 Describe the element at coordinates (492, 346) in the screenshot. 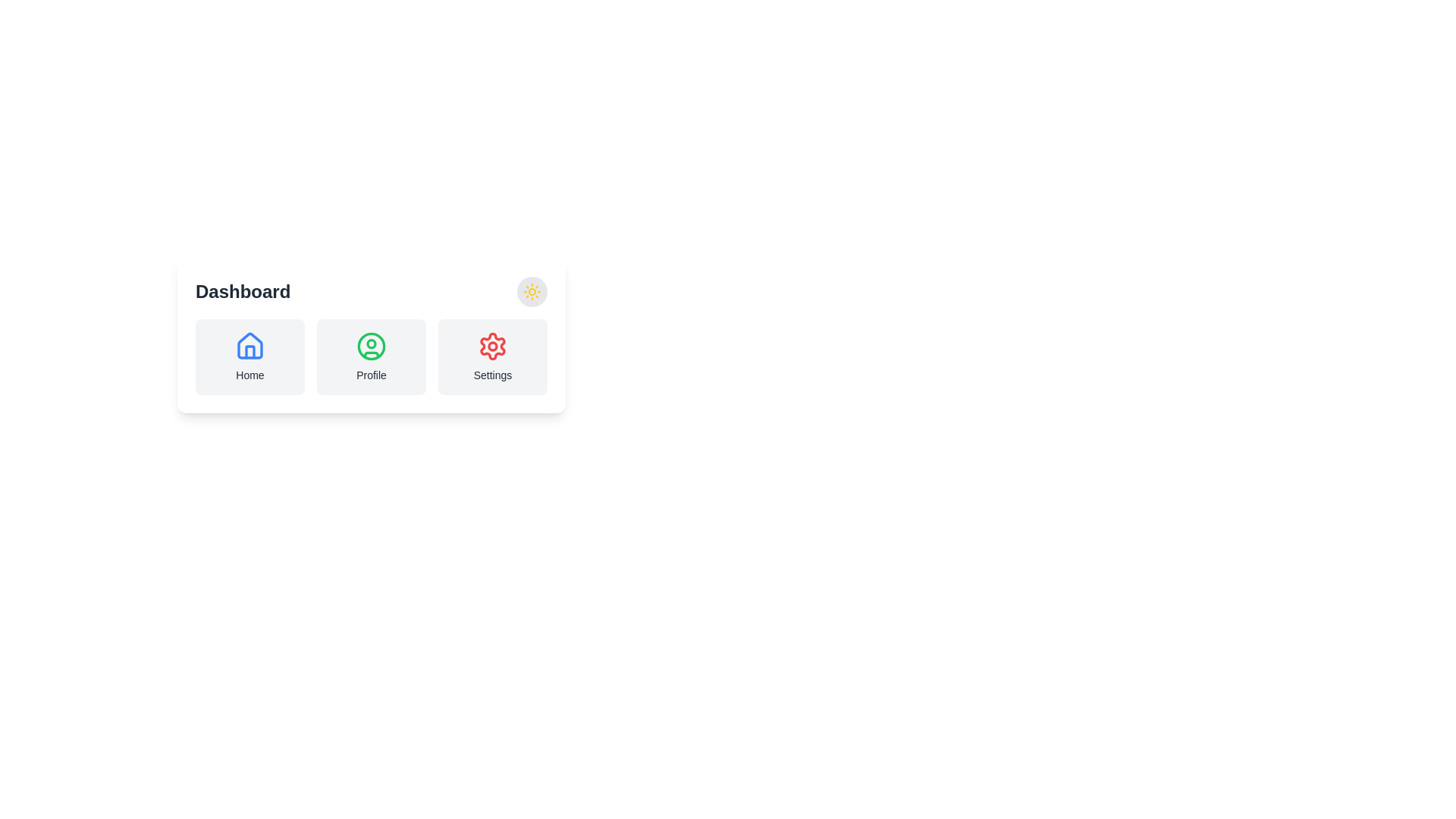

I see `the circular decorative element located in the center of the settings icon, which is part of the gear symbol` at that location.